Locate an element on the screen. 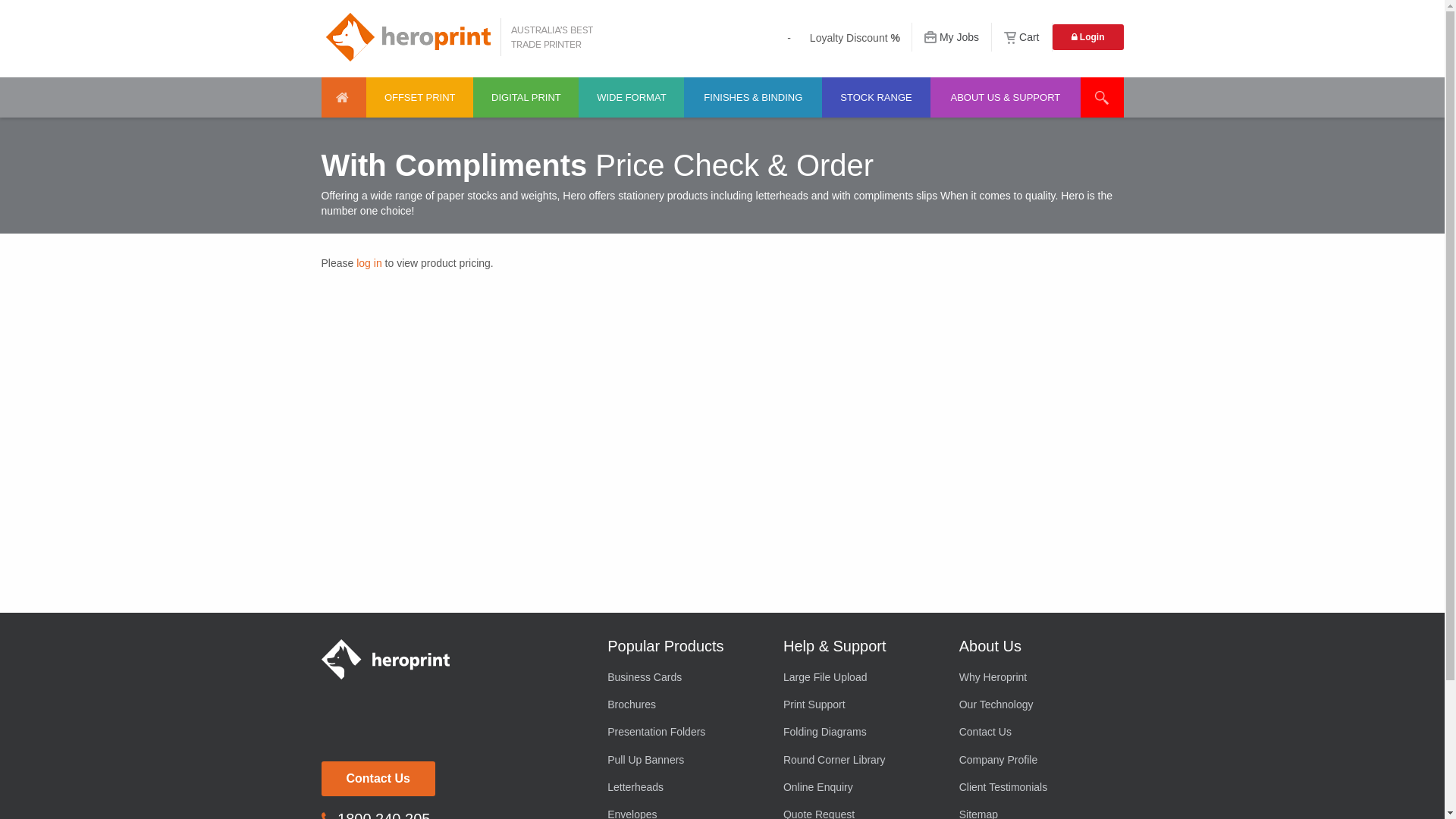  'Print Support' is located at coordinates (783, 704).